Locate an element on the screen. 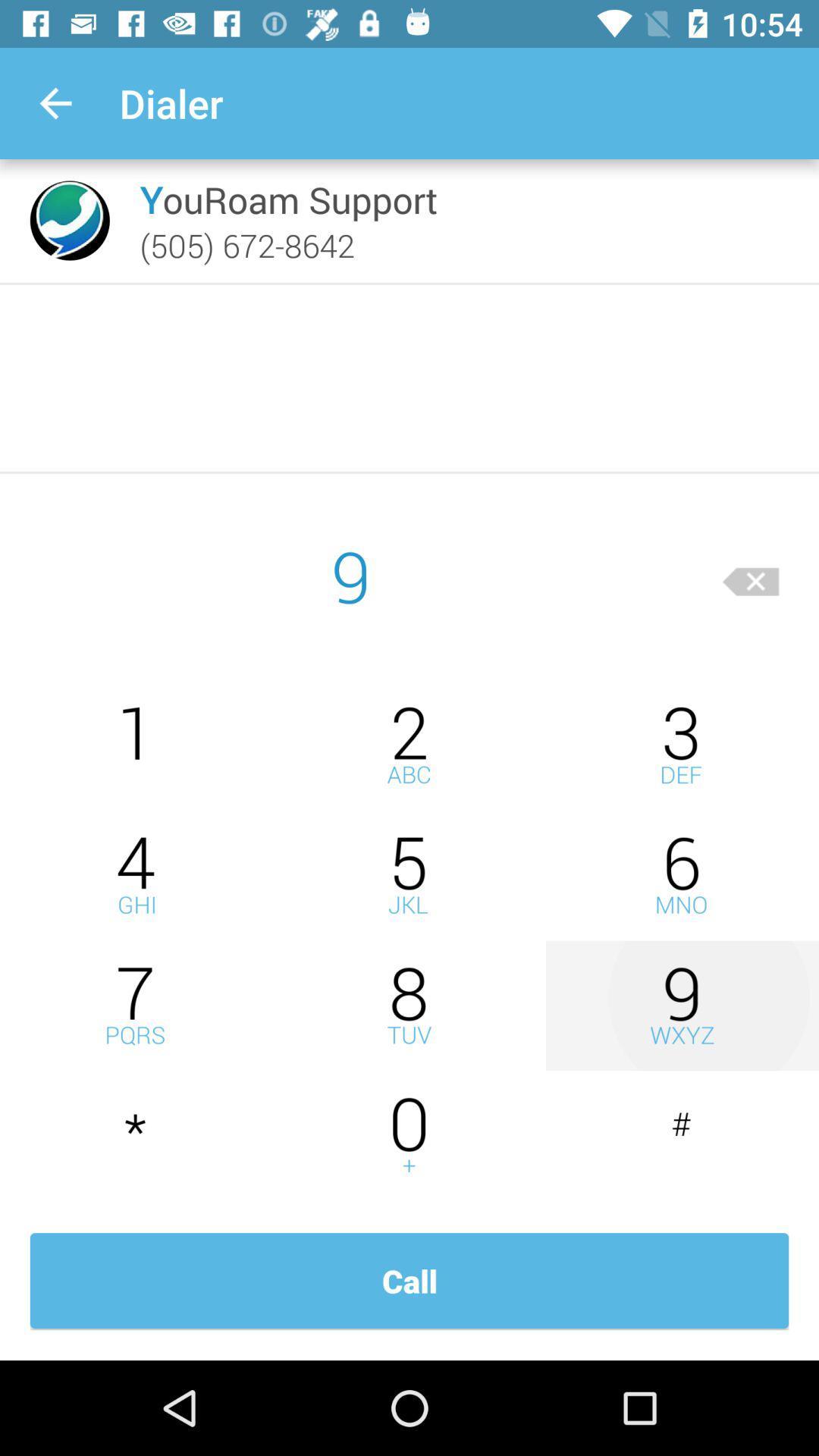  number is located at coordinates (409, 1006).